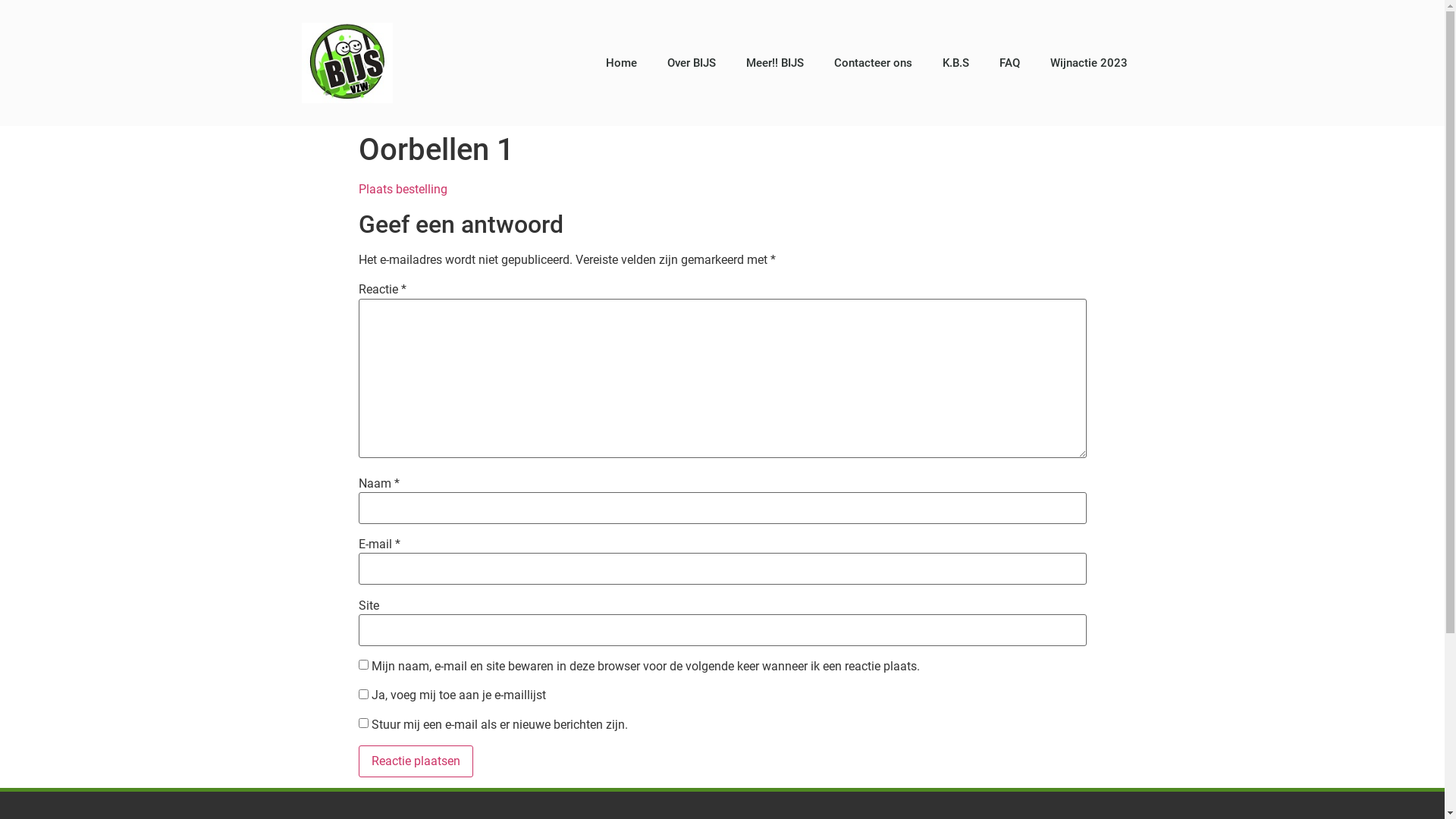  What do you see at coordinates (927, 62) in the screenshot?
I see `'K.B.S'` at bounding box center [927, 62].